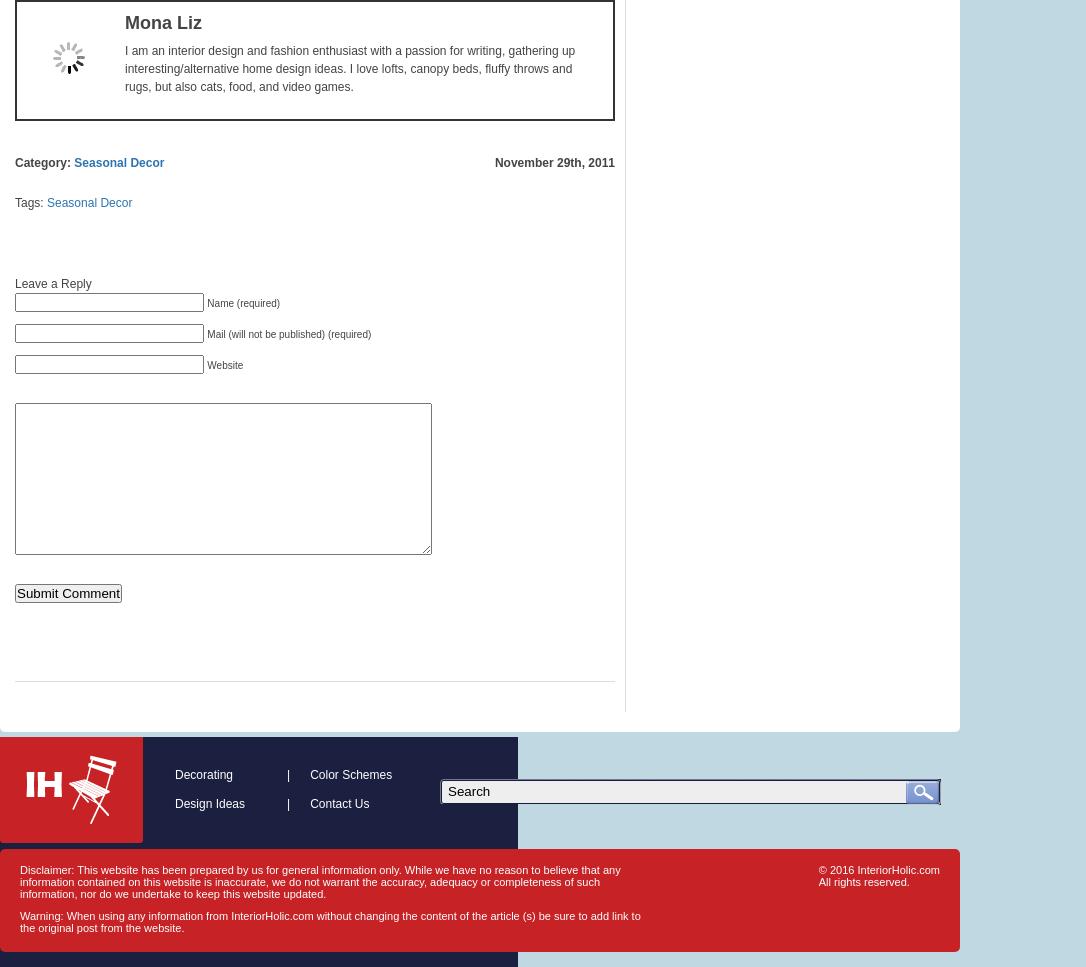 The width and height of the screenshot is (1086, 967). I want to click on 'Category:', so click(43, 163).